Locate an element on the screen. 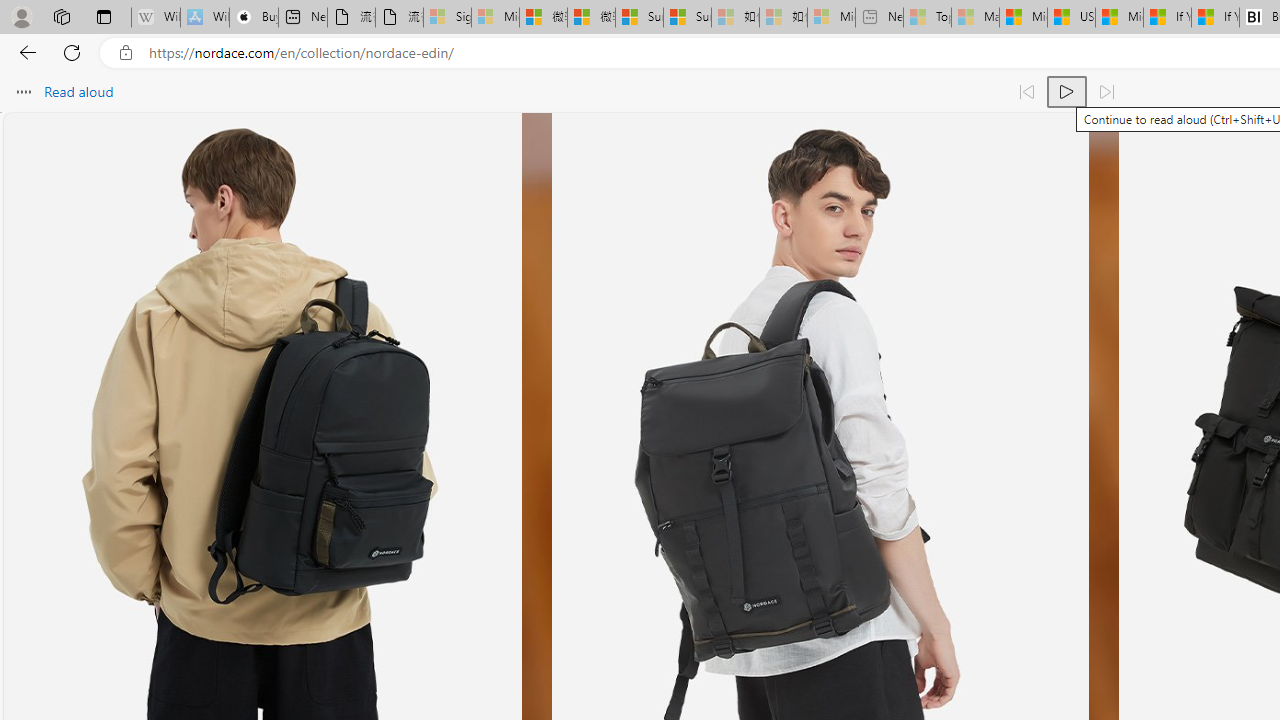 Image resolution: width=1280 pixels, height=720 pixels. 'Marine life - MSN - Sleeping' is located at coordinates (976, 17).